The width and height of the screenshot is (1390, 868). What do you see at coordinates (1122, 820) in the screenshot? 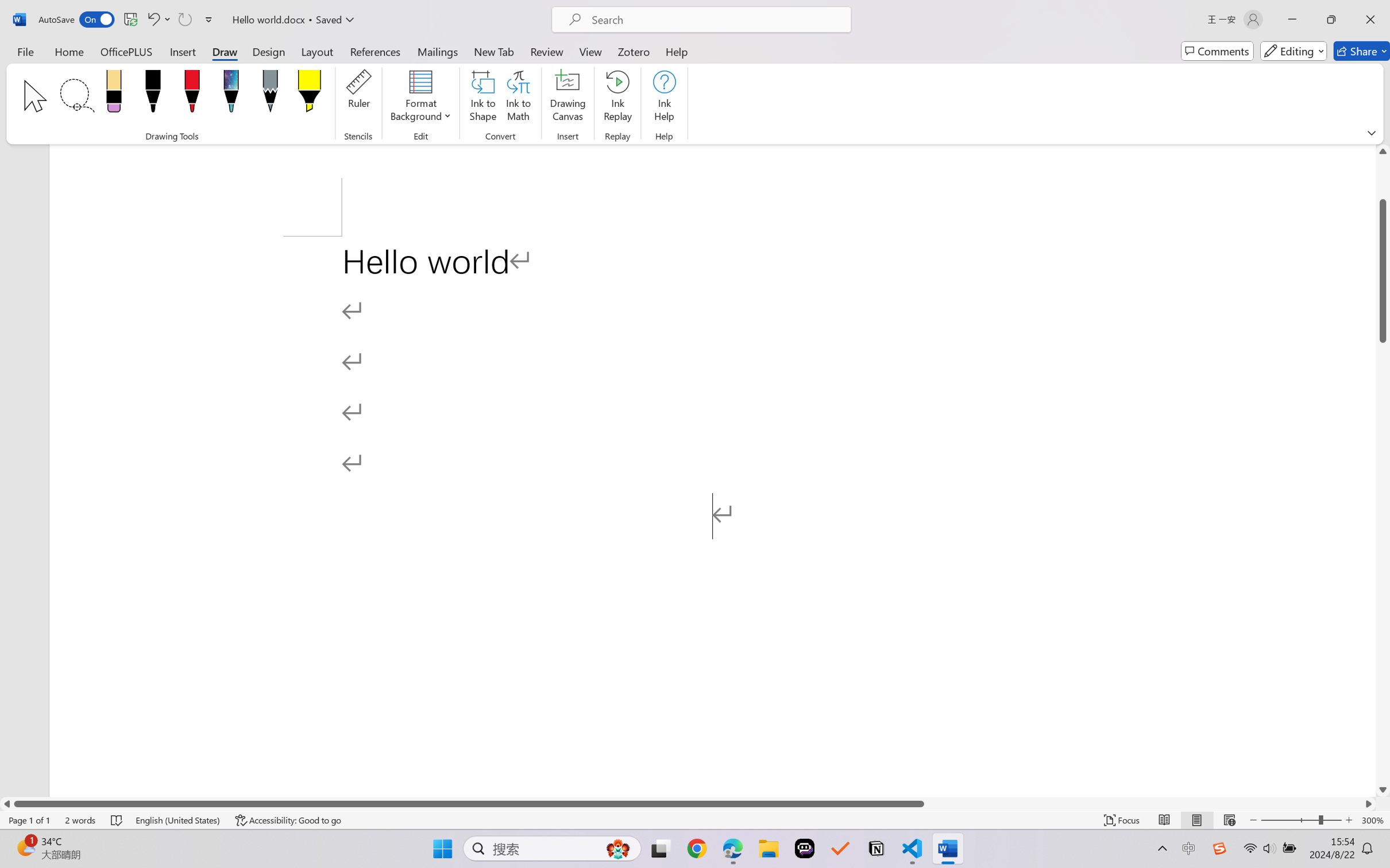
I see `'Focus '` at bounding box center [1122, 820].